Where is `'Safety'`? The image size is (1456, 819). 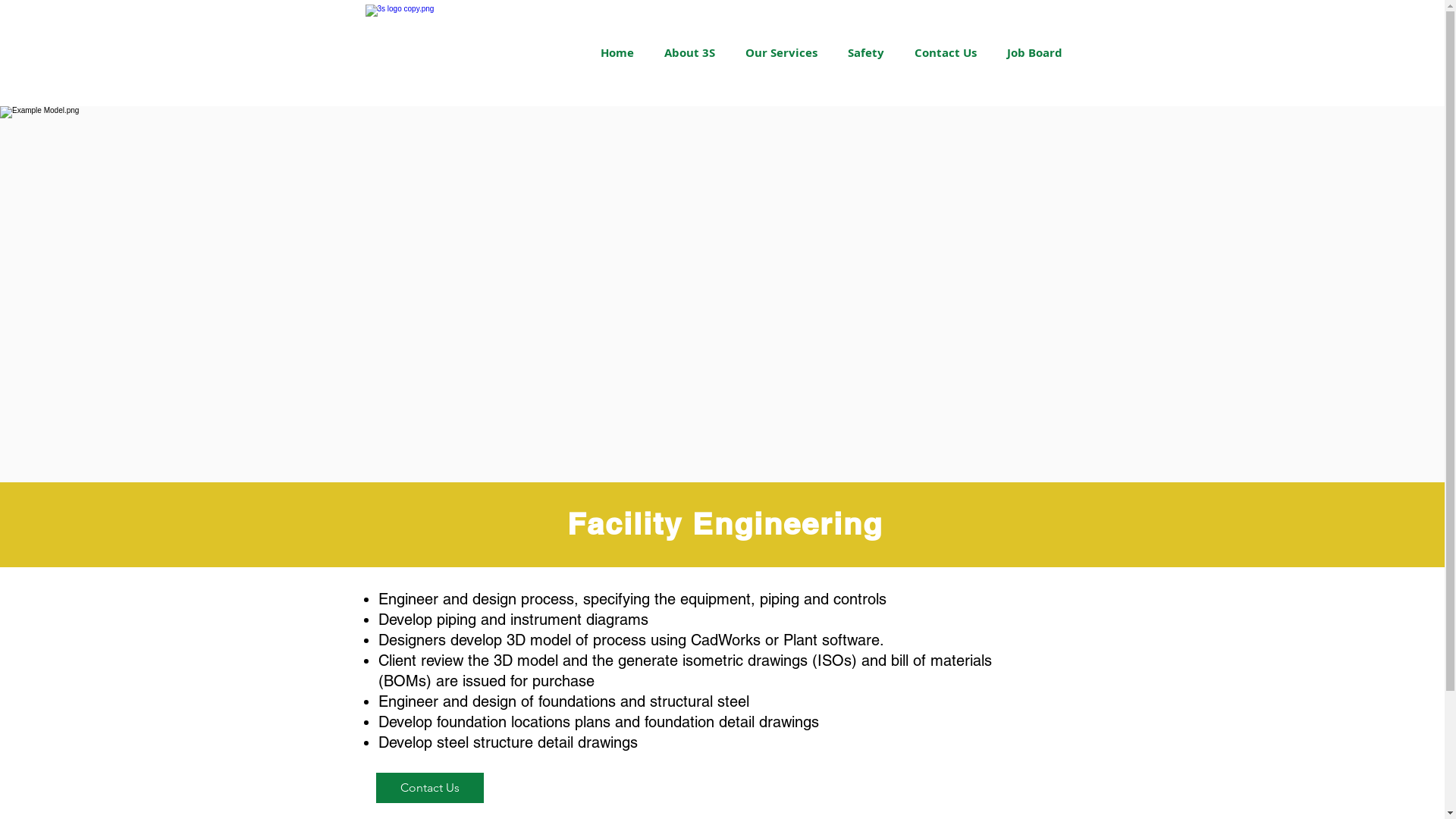
'Safety' is located at coordinates (866, 52).